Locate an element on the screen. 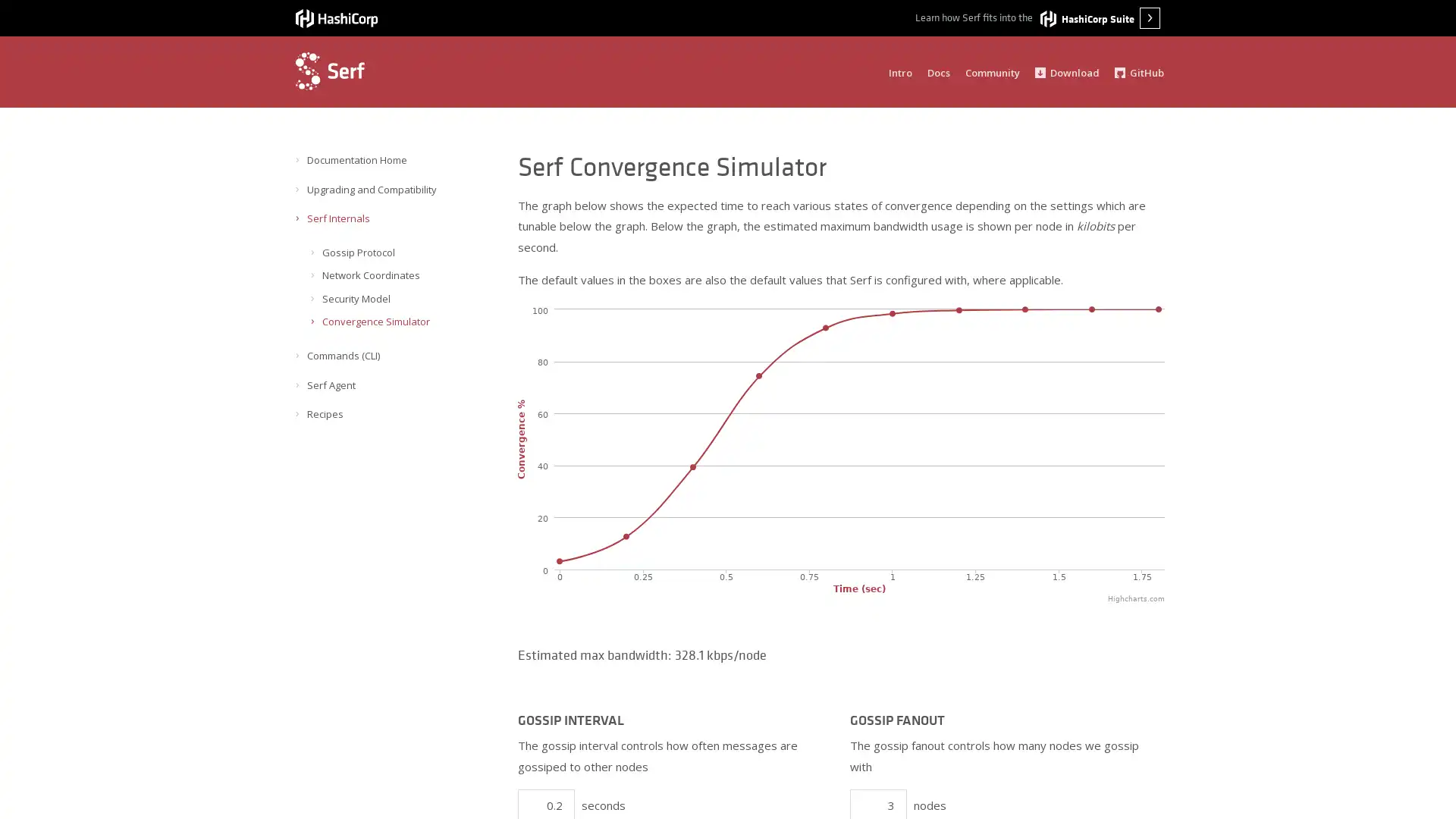  HashiCorp Logo HashiCorp Suite Open is located at coordinates (1100, 17).